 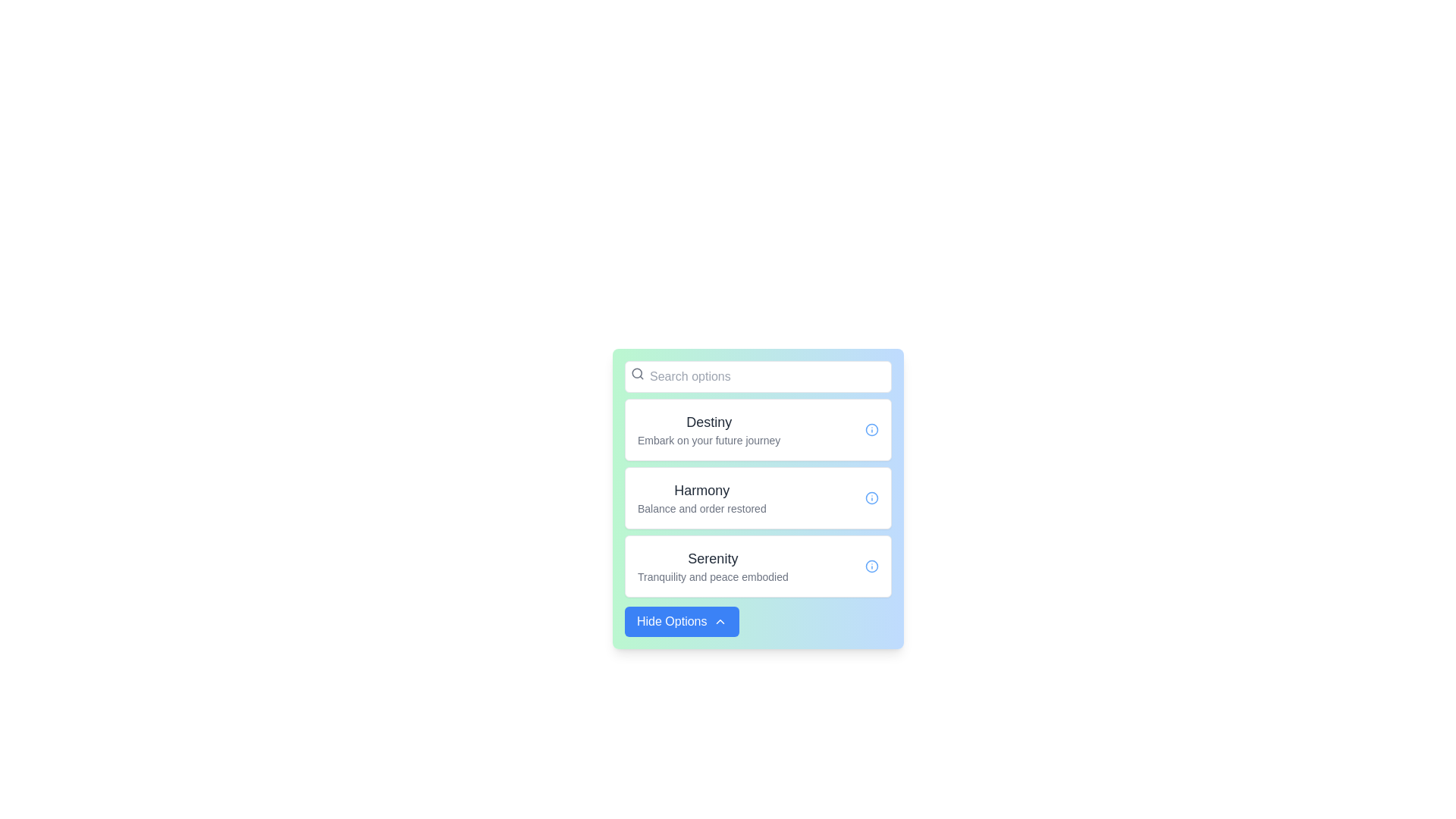 What do you see at coordinates (712, 558) in the screenshot?
I see `the text label titled 'Serenity', which serves as the main identifier for the associated section in the list` at bounding box center [712, 558].